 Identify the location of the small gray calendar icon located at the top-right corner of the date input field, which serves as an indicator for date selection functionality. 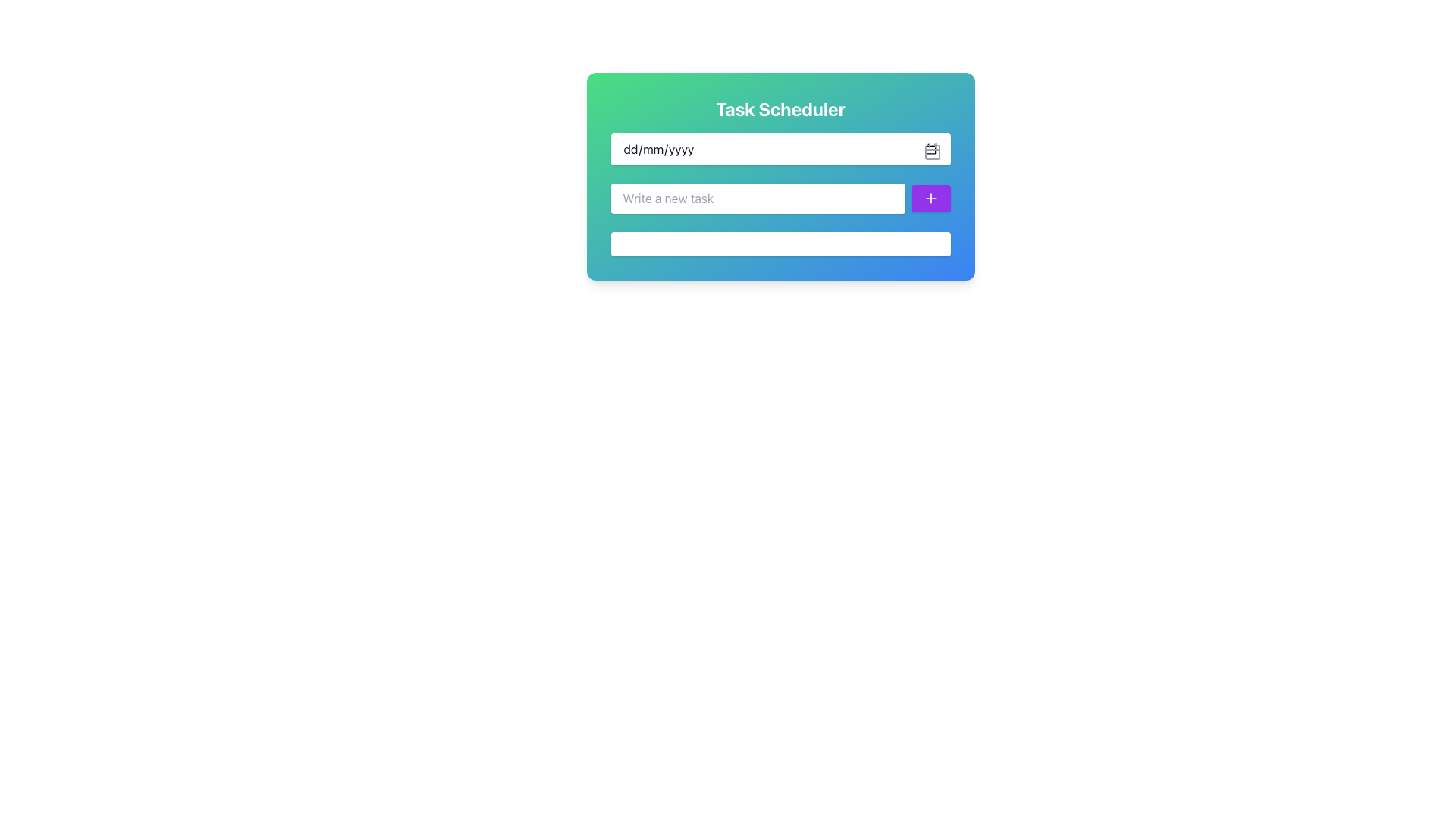
(931, 152).